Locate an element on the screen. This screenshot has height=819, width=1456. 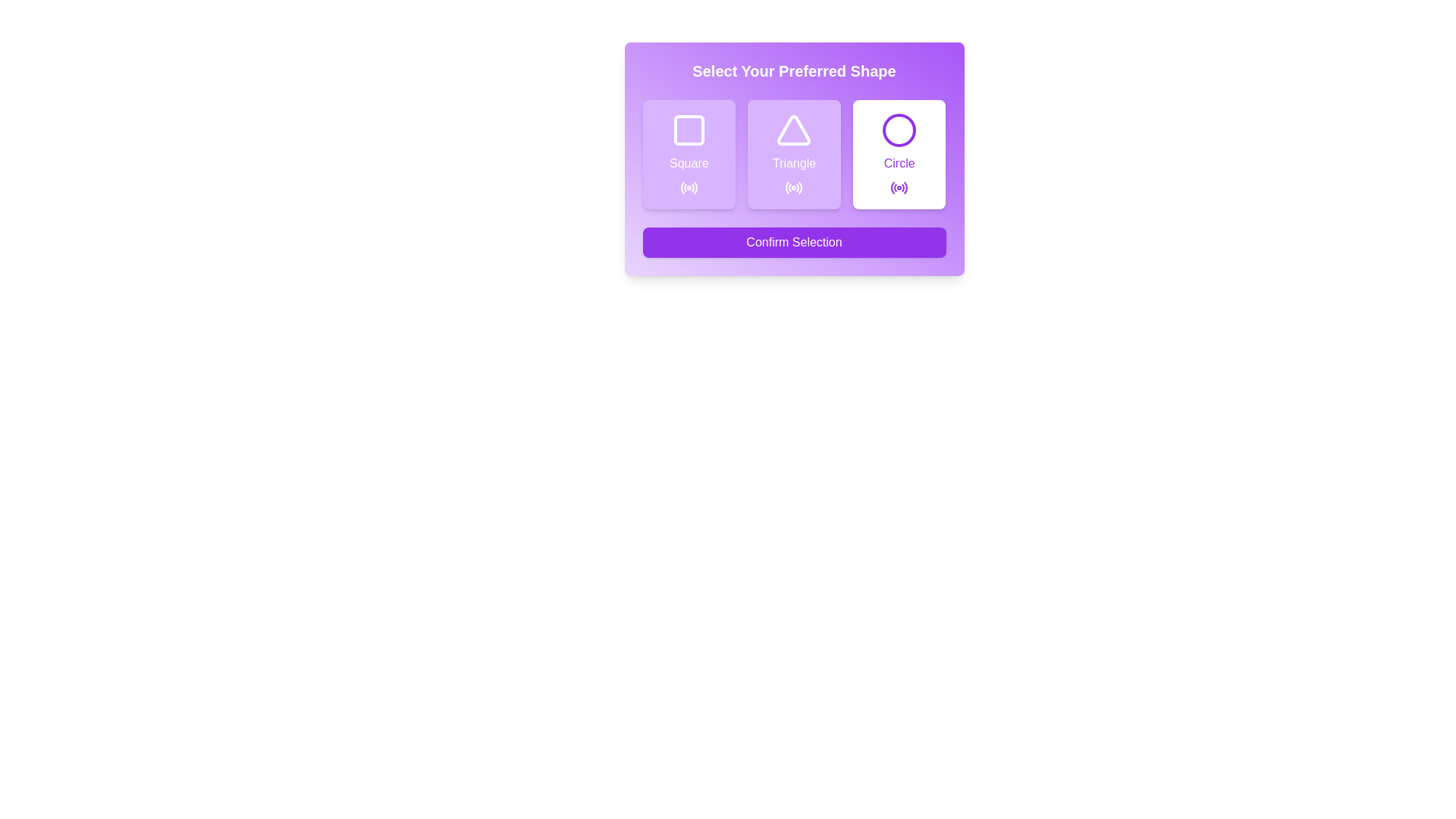
the confirmation button located at the bottom of the shape selection interface, which is centrally aligned beneath the 'Square', 'Triangle', and 'Circle' buttons to finalize the user's shape selection is located at coordinates (793, 242).